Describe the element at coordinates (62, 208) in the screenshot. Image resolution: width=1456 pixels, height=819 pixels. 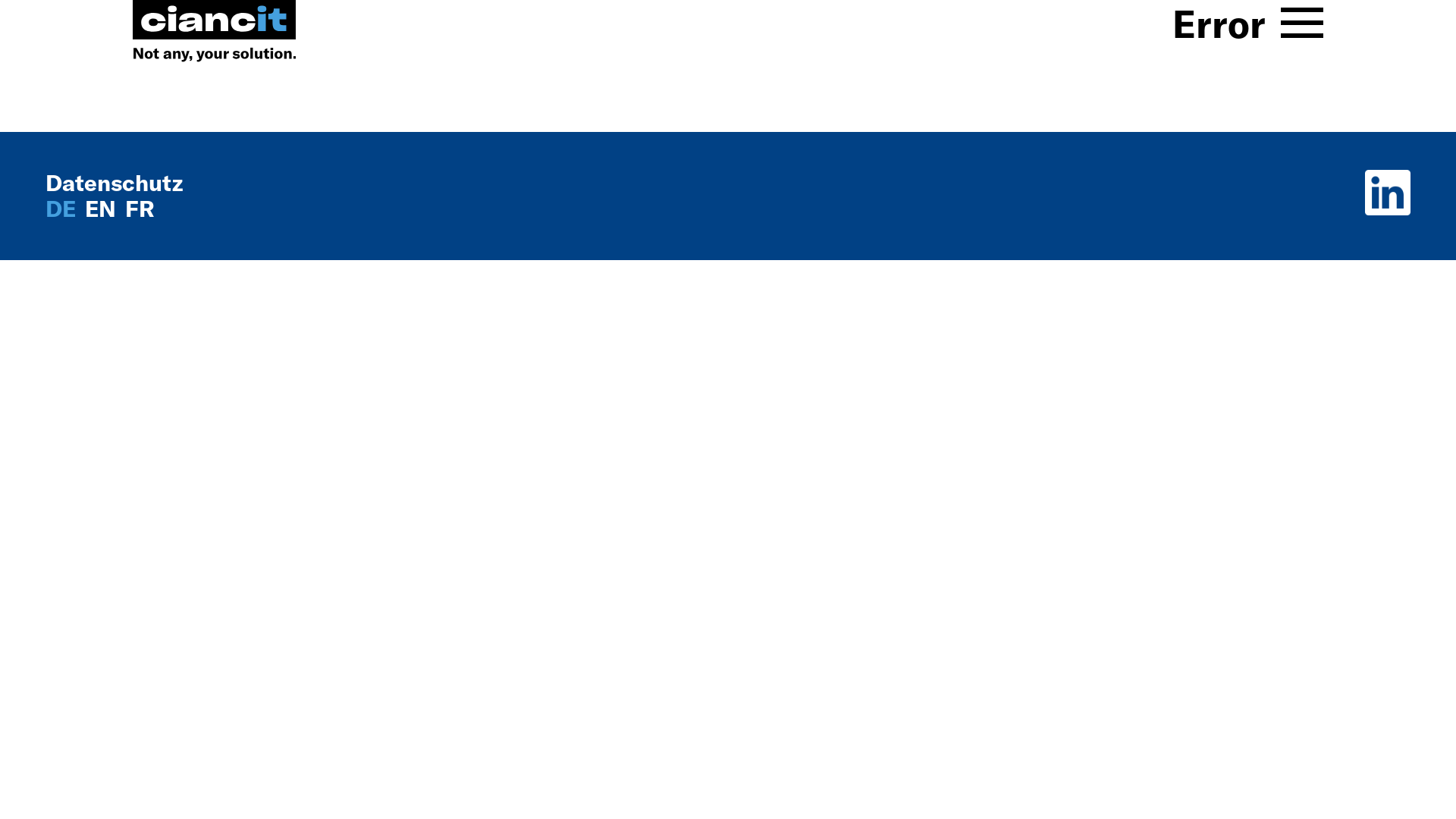
I see `'DE'` at that location.